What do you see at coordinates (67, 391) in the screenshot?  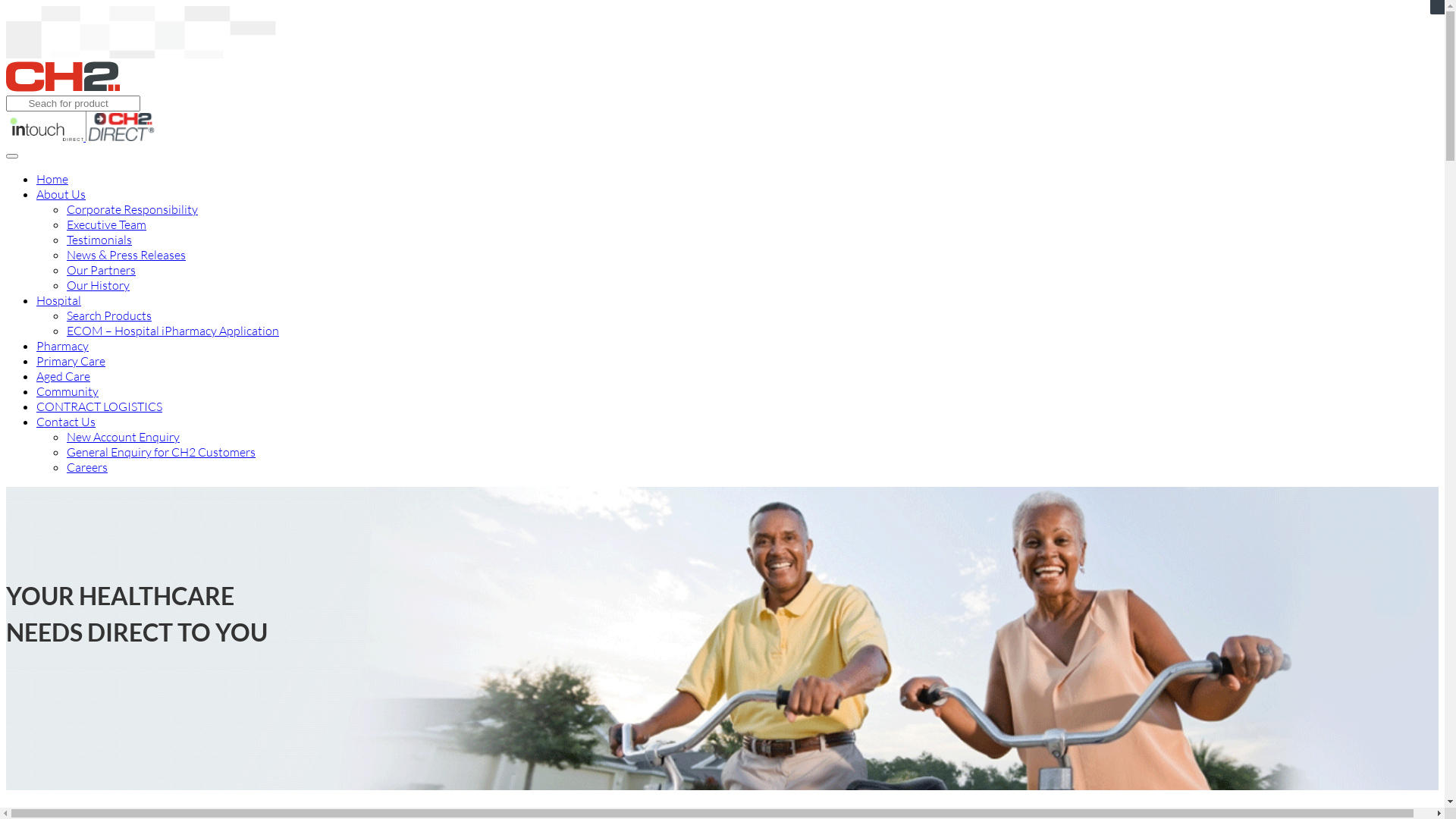 I see `'Community'` at bounding box center [67, 391].